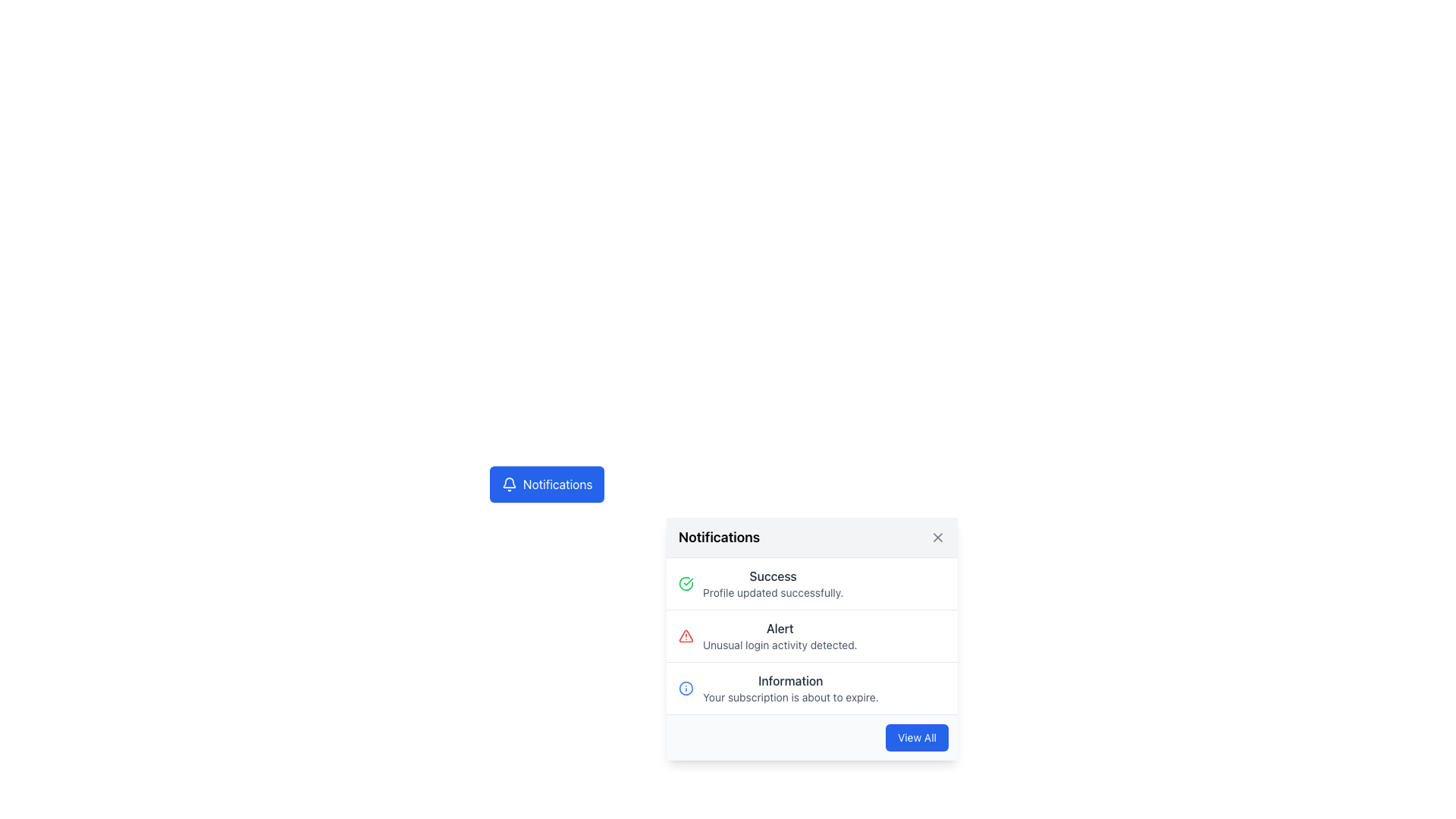  Describe the element at coordinates (811, 688) in the screenshot. I see `the Notification Item titled 'Information' with the description 'Your subscription is about to expire' by moving the cursor to its center` at that location.